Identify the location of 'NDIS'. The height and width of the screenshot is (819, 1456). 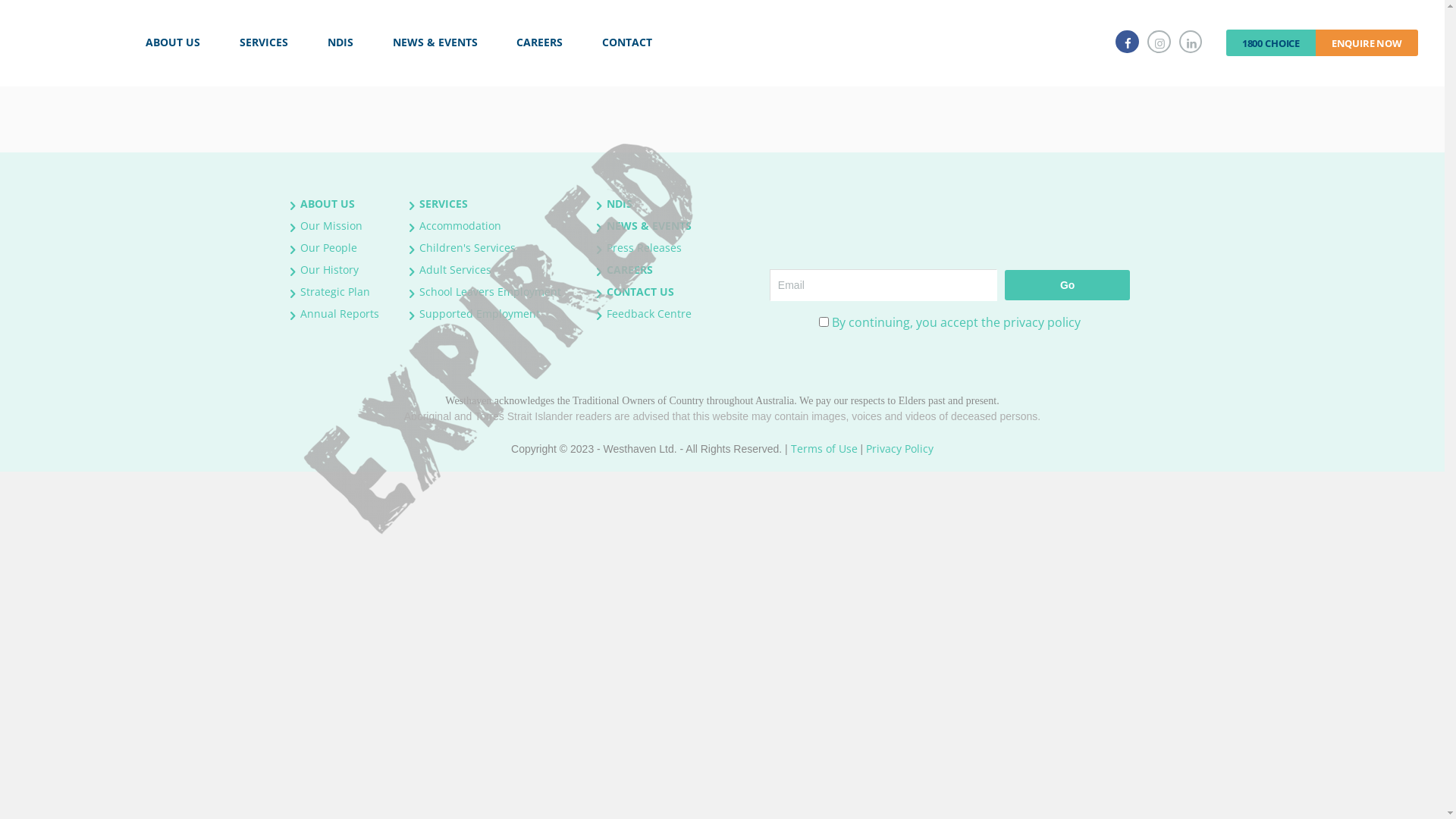
(619, 202).